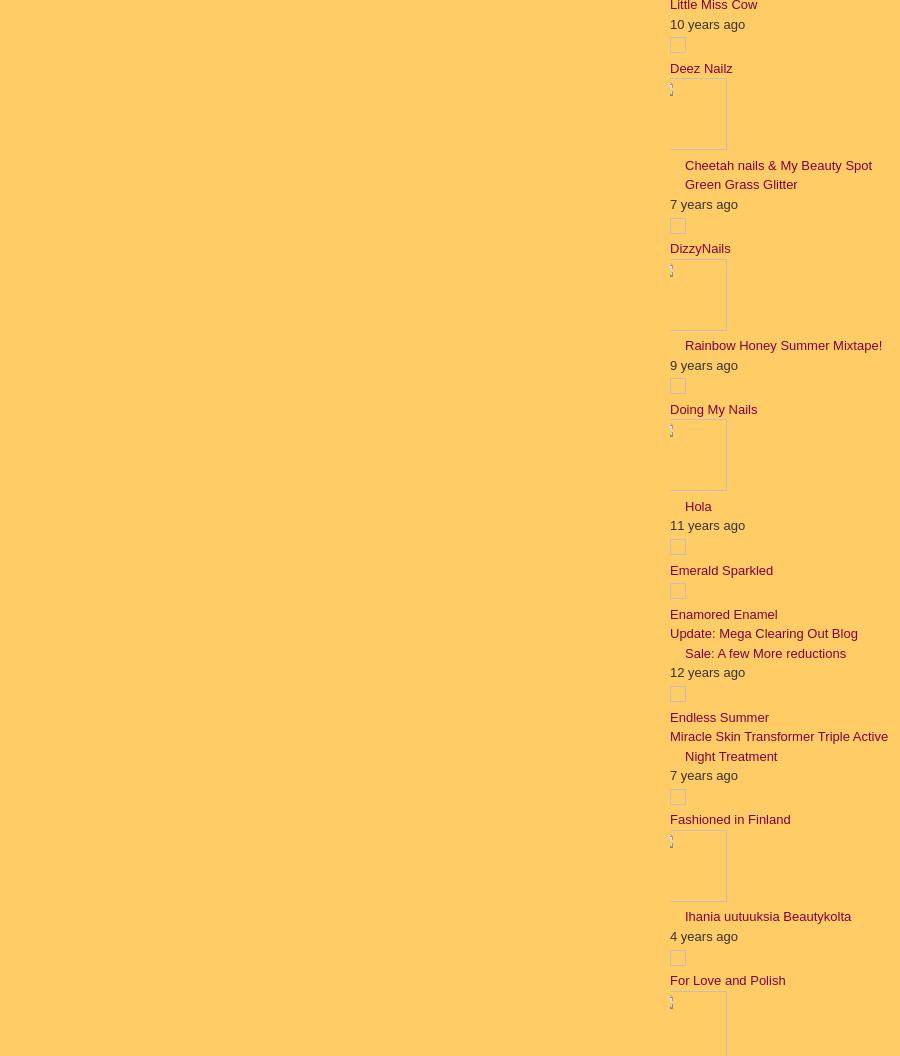  I want to click on 'Enamored Enamel', so click(722, 612).